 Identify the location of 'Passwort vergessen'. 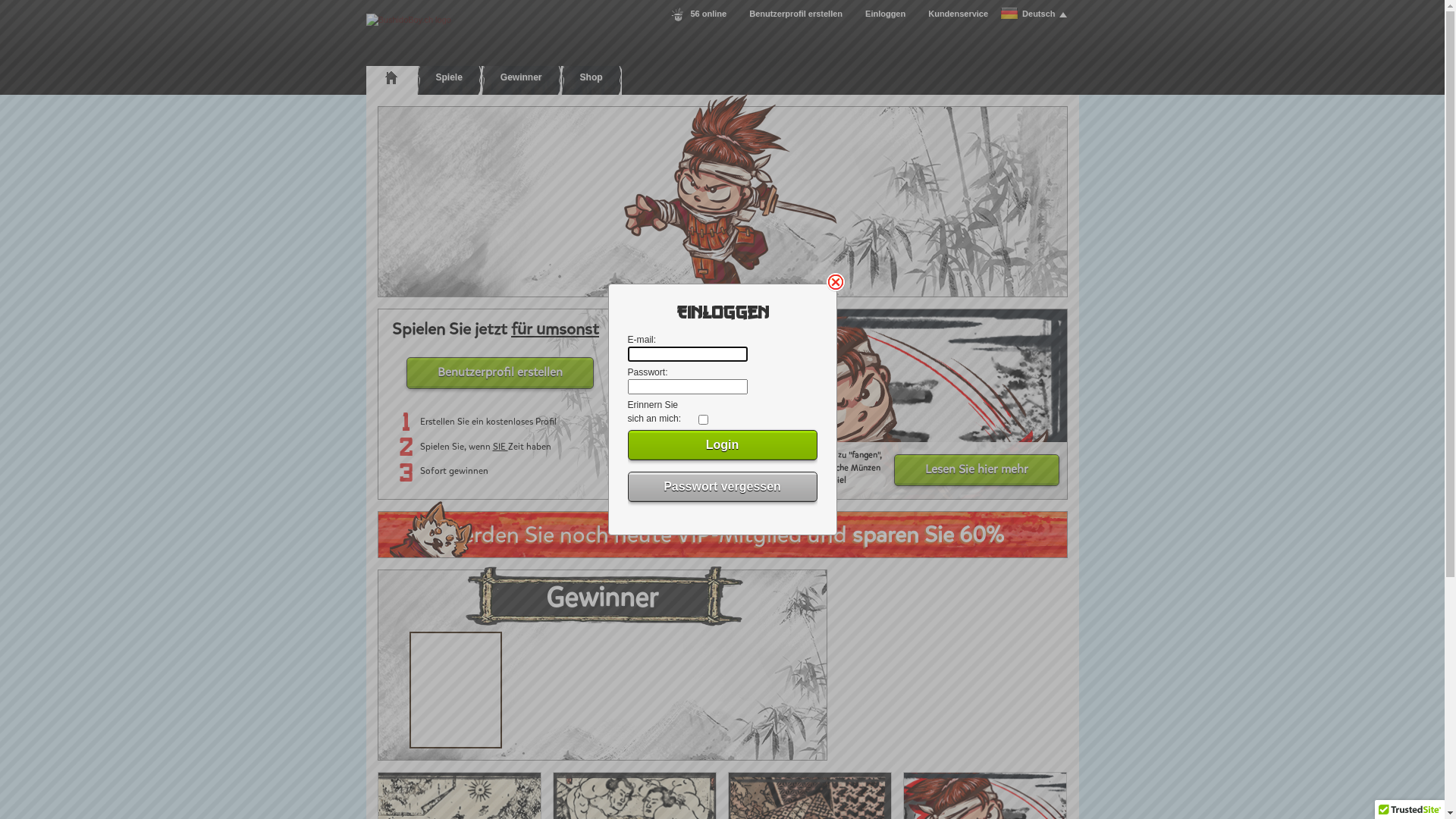
(722, 486).